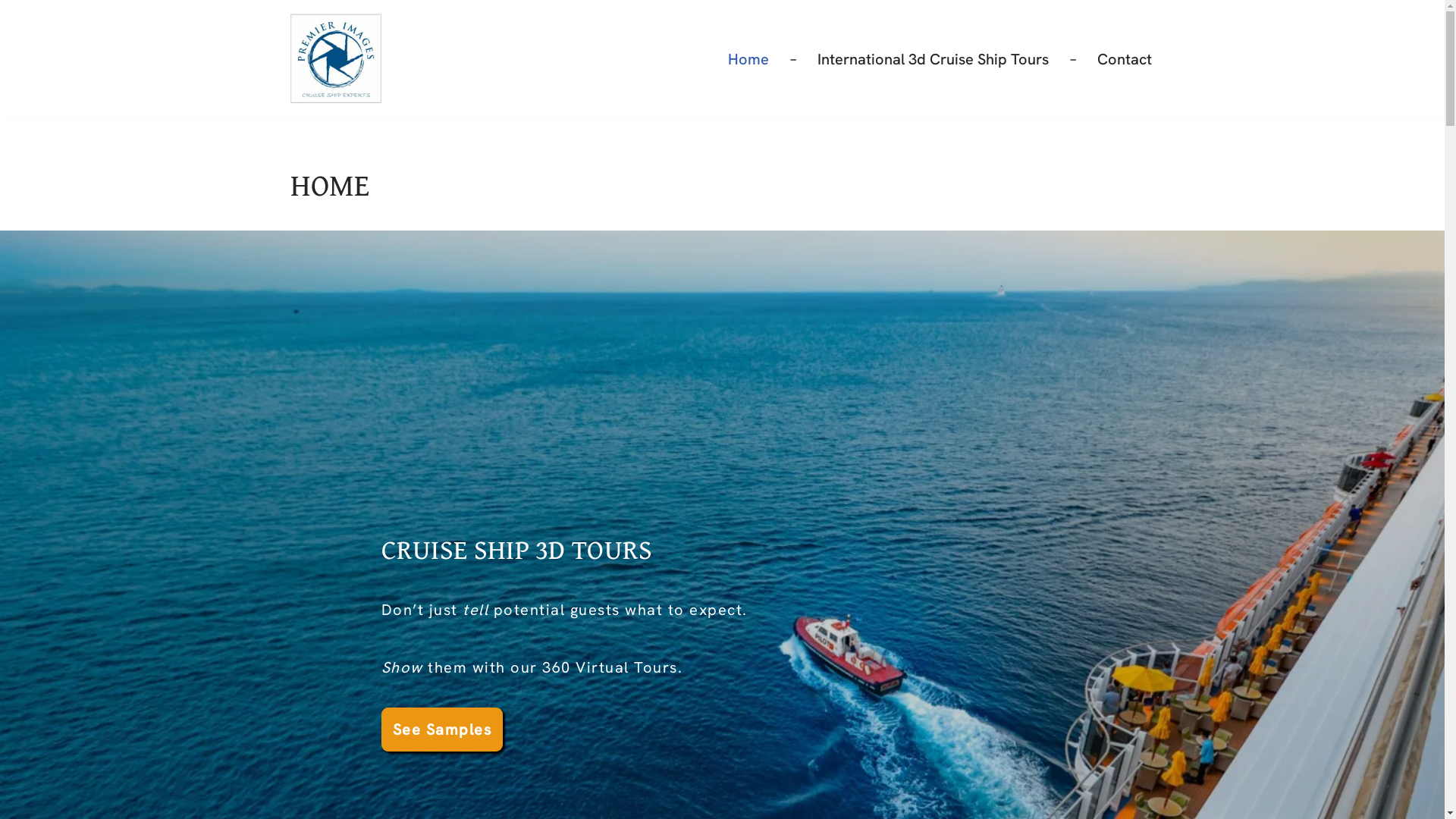  Describe the element at coordinates (11, 32) in the screenshot. I see `'Skip to content'` at that location.